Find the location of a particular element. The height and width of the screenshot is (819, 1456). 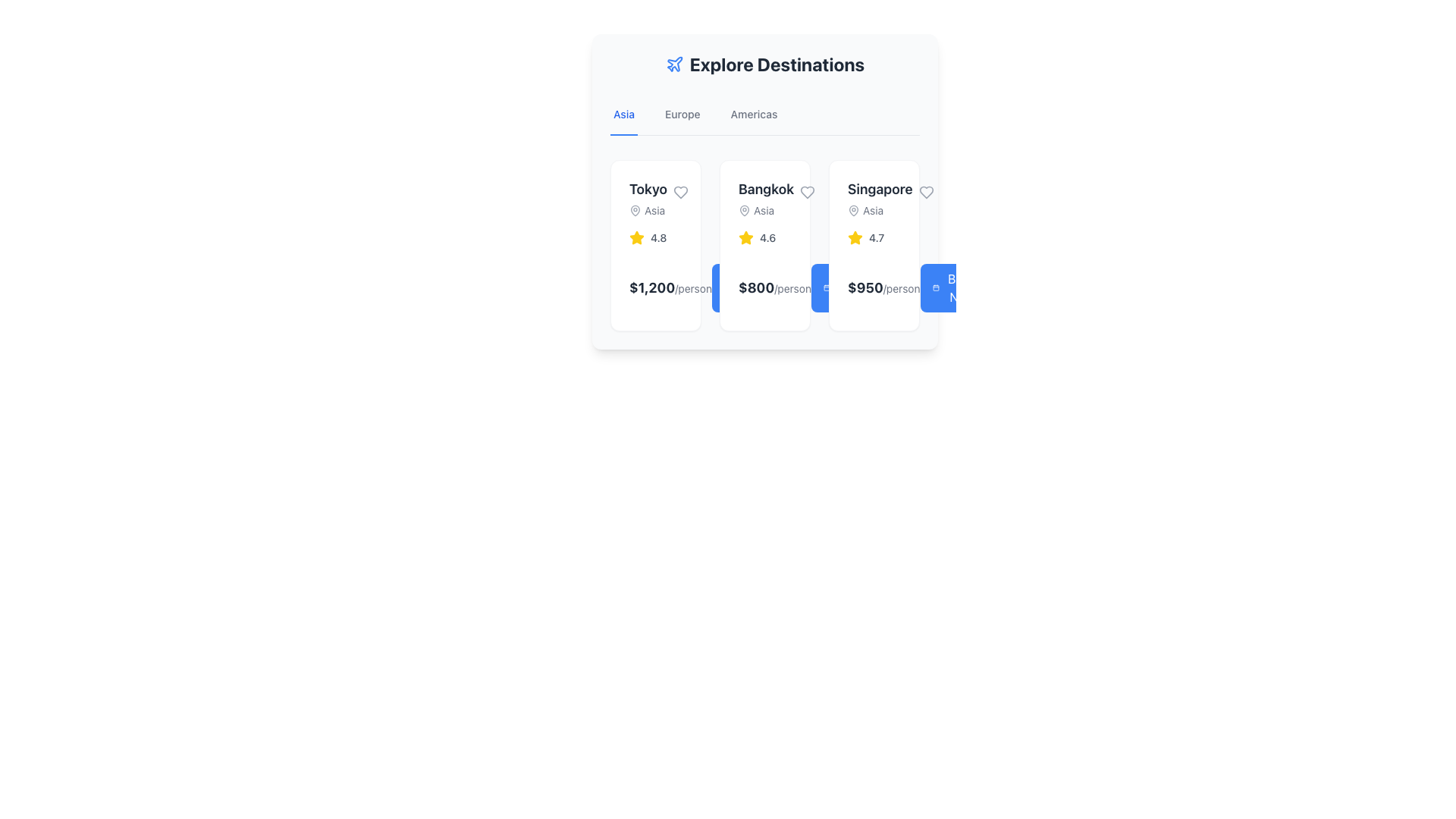

the yellow star-shaped icon that indicates a rating of 4.6, positioned to the left of the numeric rating in the 'Bangkok' card is located at coordinates (745, 237).